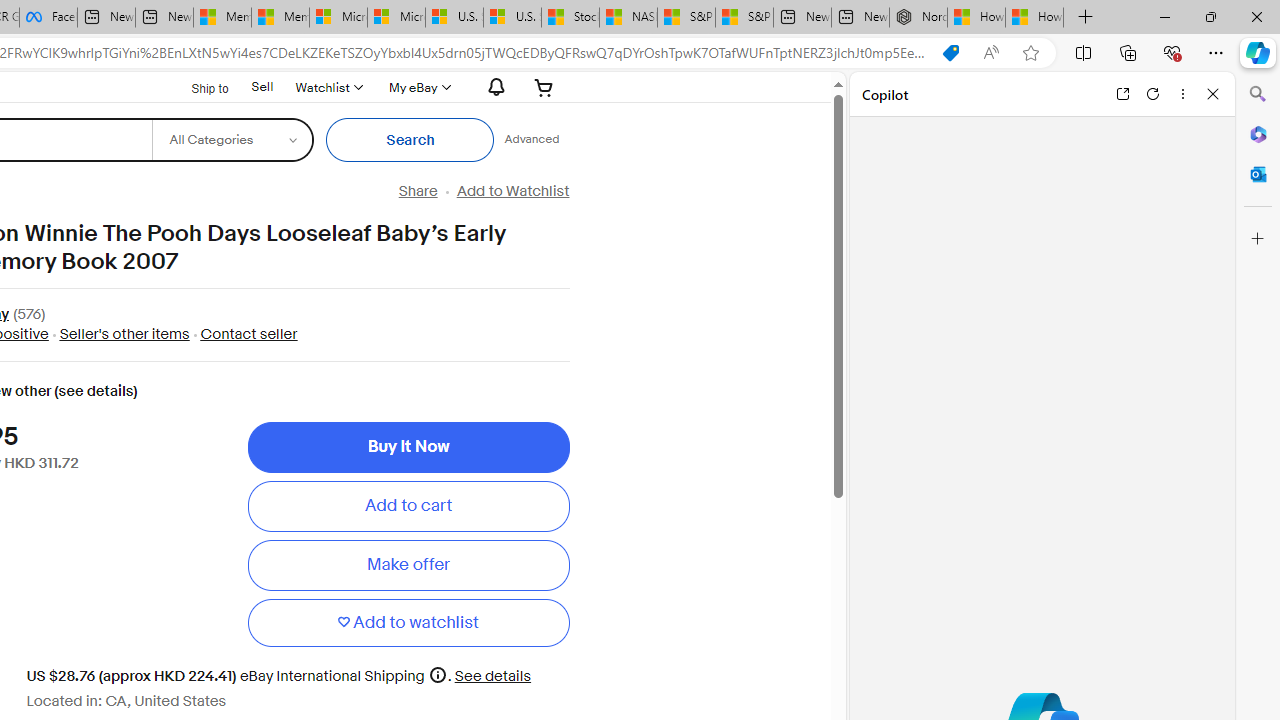 The image size is (1280, 720). I want to click on '  Seller', so click(118, 333).